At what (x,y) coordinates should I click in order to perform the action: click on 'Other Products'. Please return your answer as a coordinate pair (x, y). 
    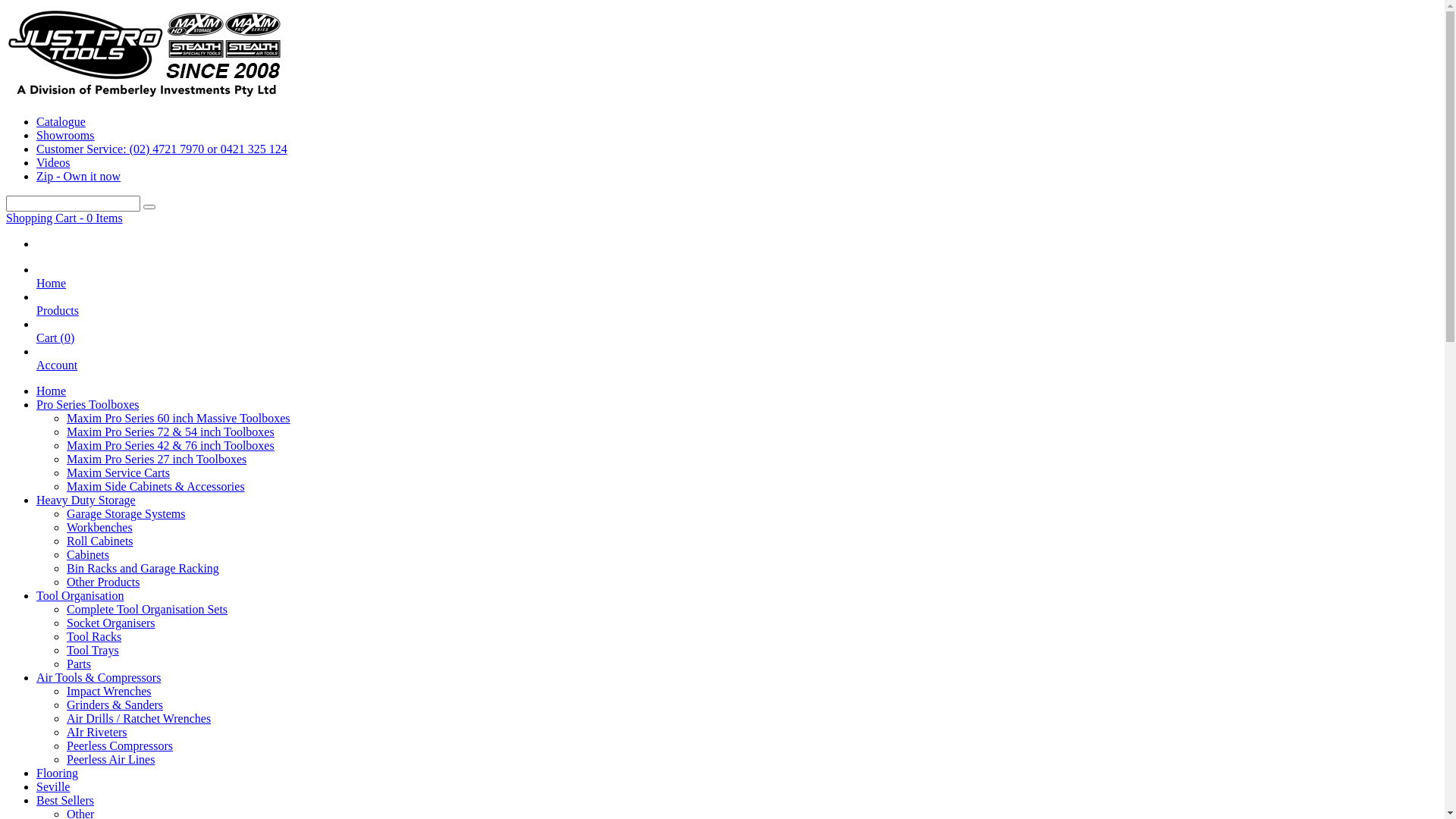
    Looking at the image, I should click on (65, 581).